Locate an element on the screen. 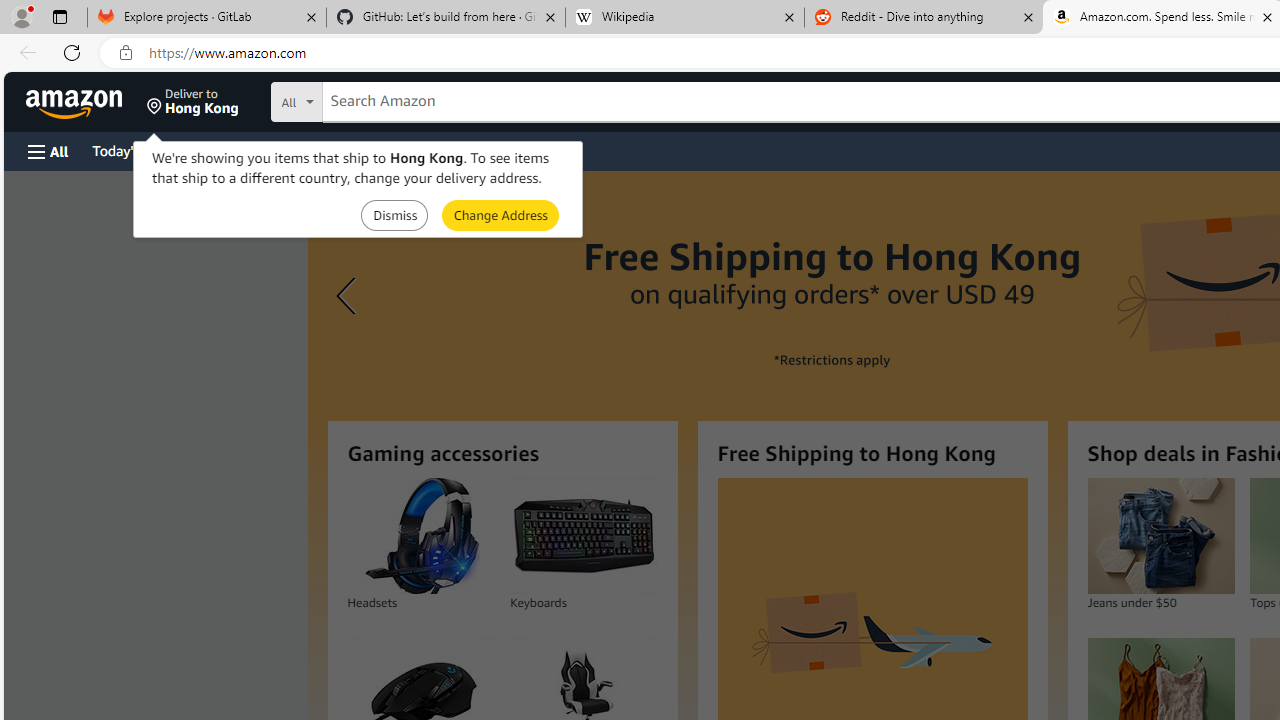  'Keyboards' is located at coordinates (583, 535).